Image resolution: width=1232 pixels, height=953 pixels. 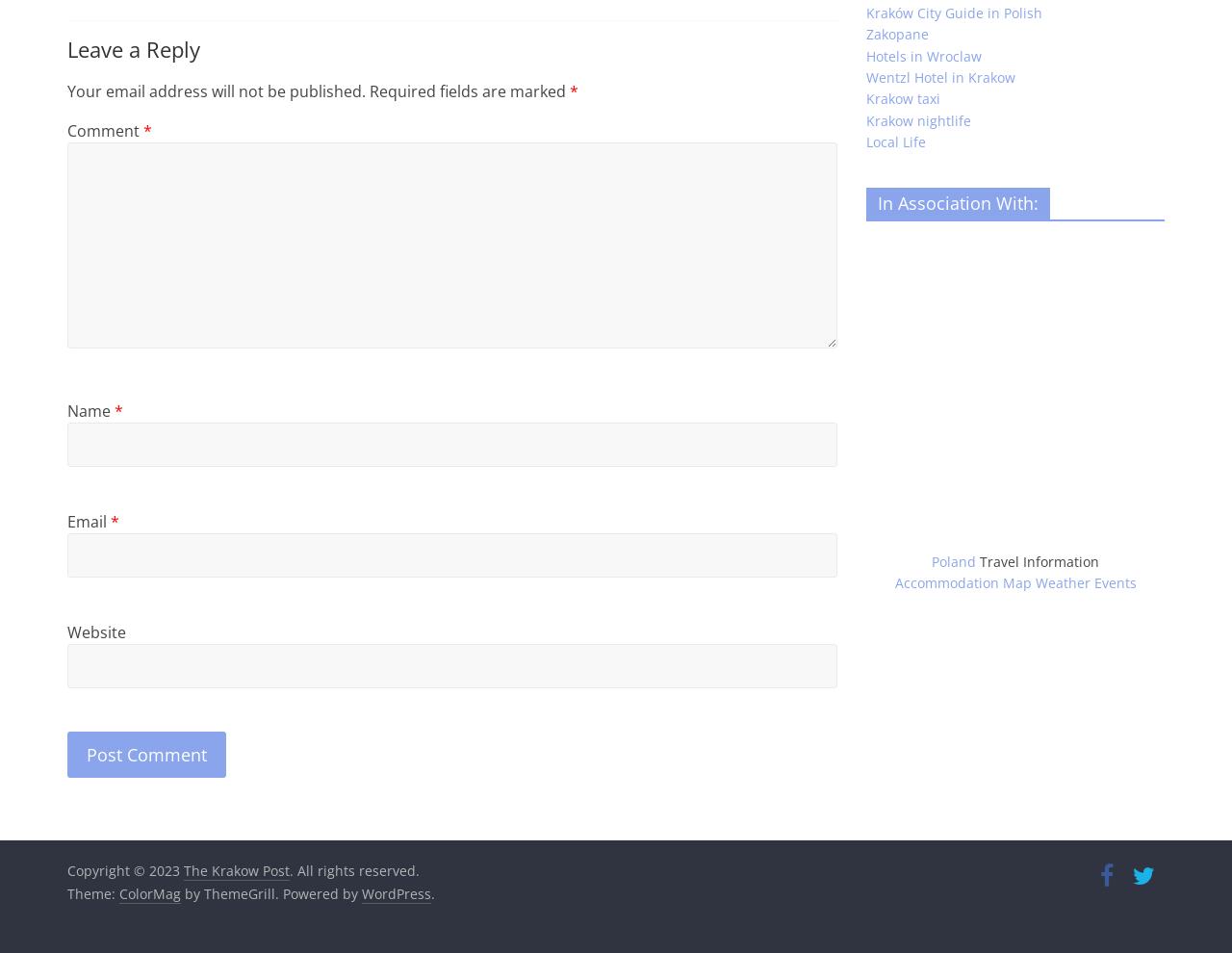 What do you see at coordinates (67, 47) in the screenshot?
I see `'Leave a Reply'` at bounding box center [67, 47].